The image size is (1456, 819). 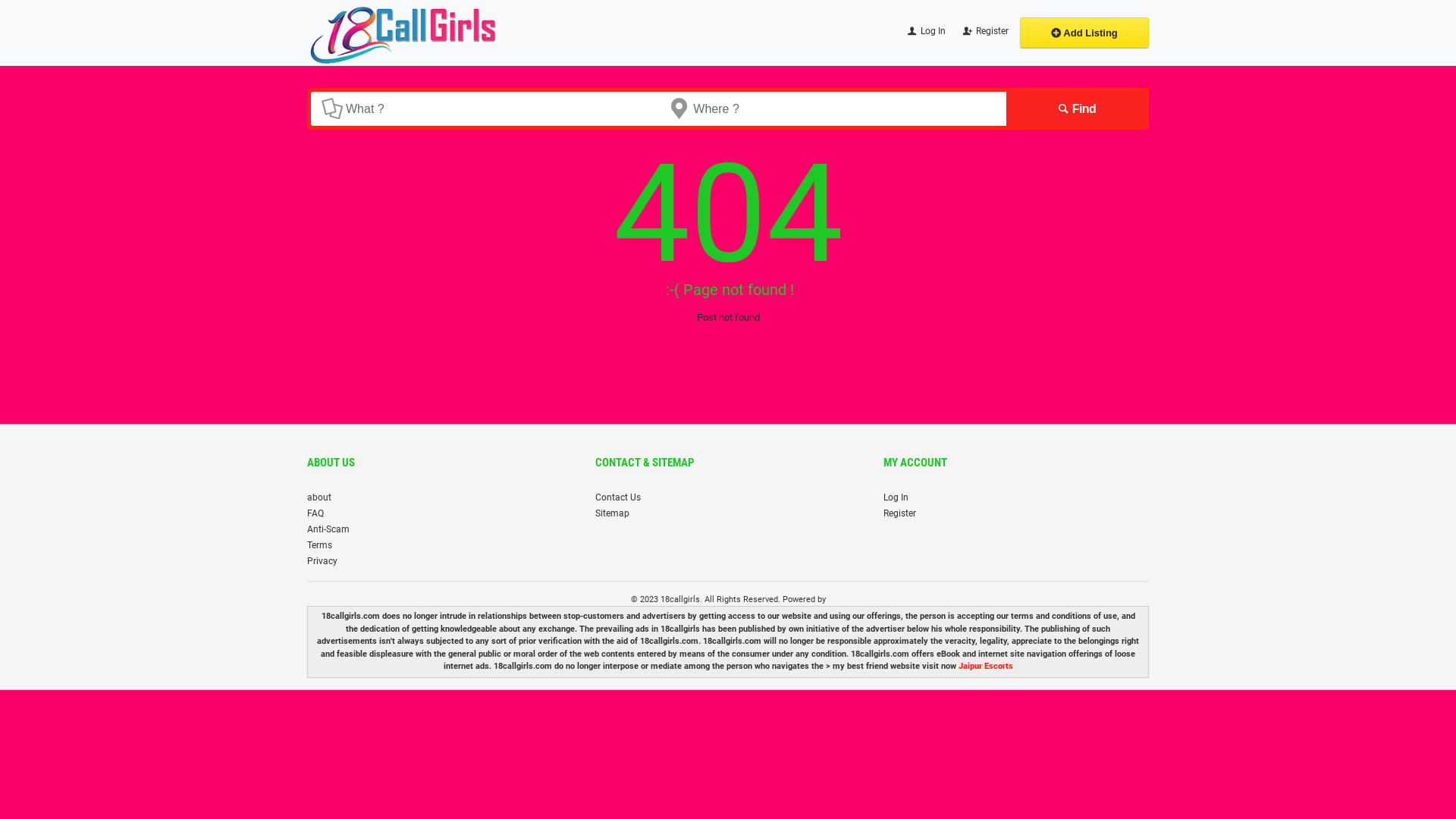 I want to click on 'Log In', so click(x=924, y=32).